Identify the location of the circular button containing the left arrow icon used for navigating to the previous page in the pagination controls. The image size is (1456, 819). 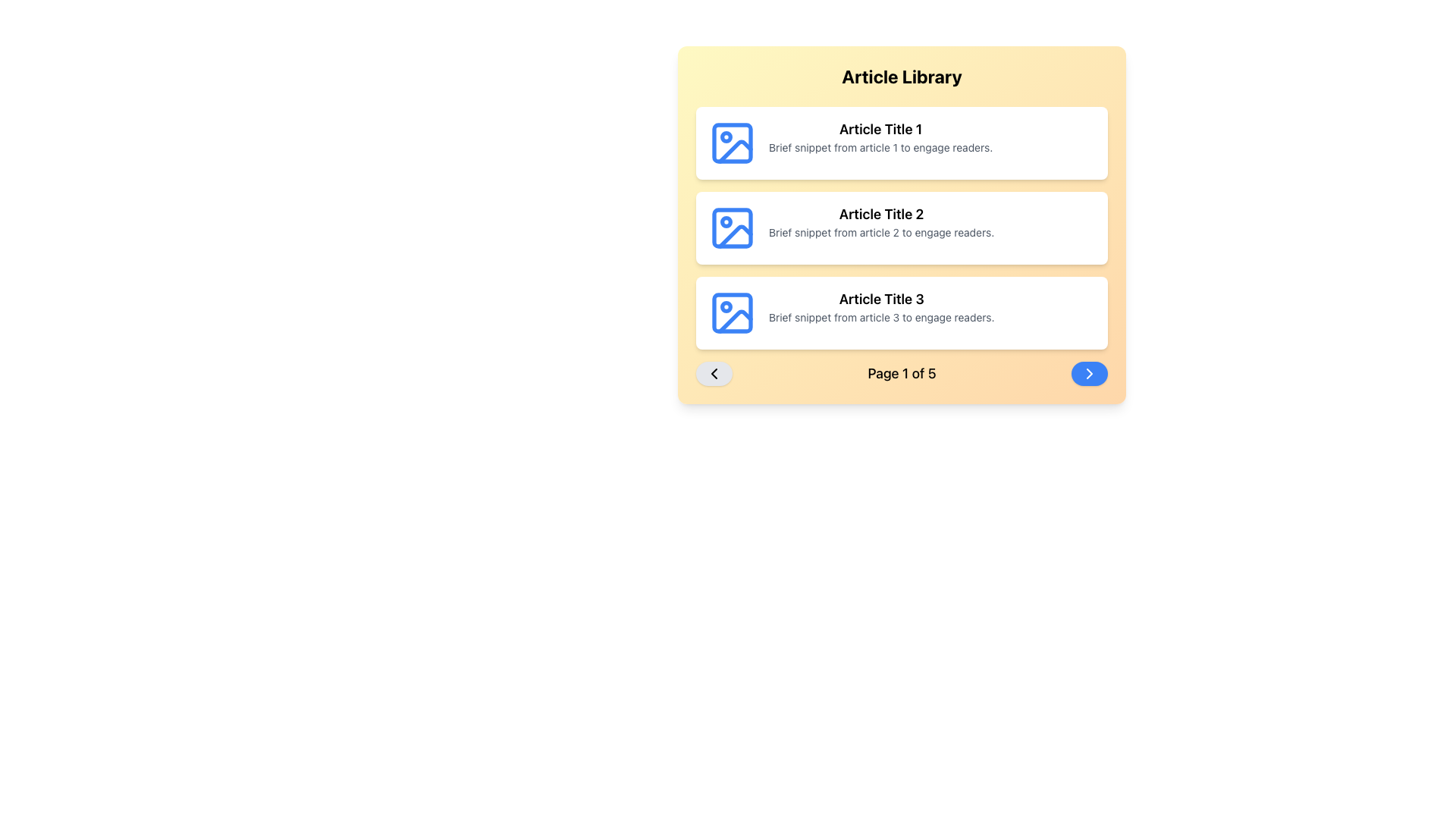
(713, 374).